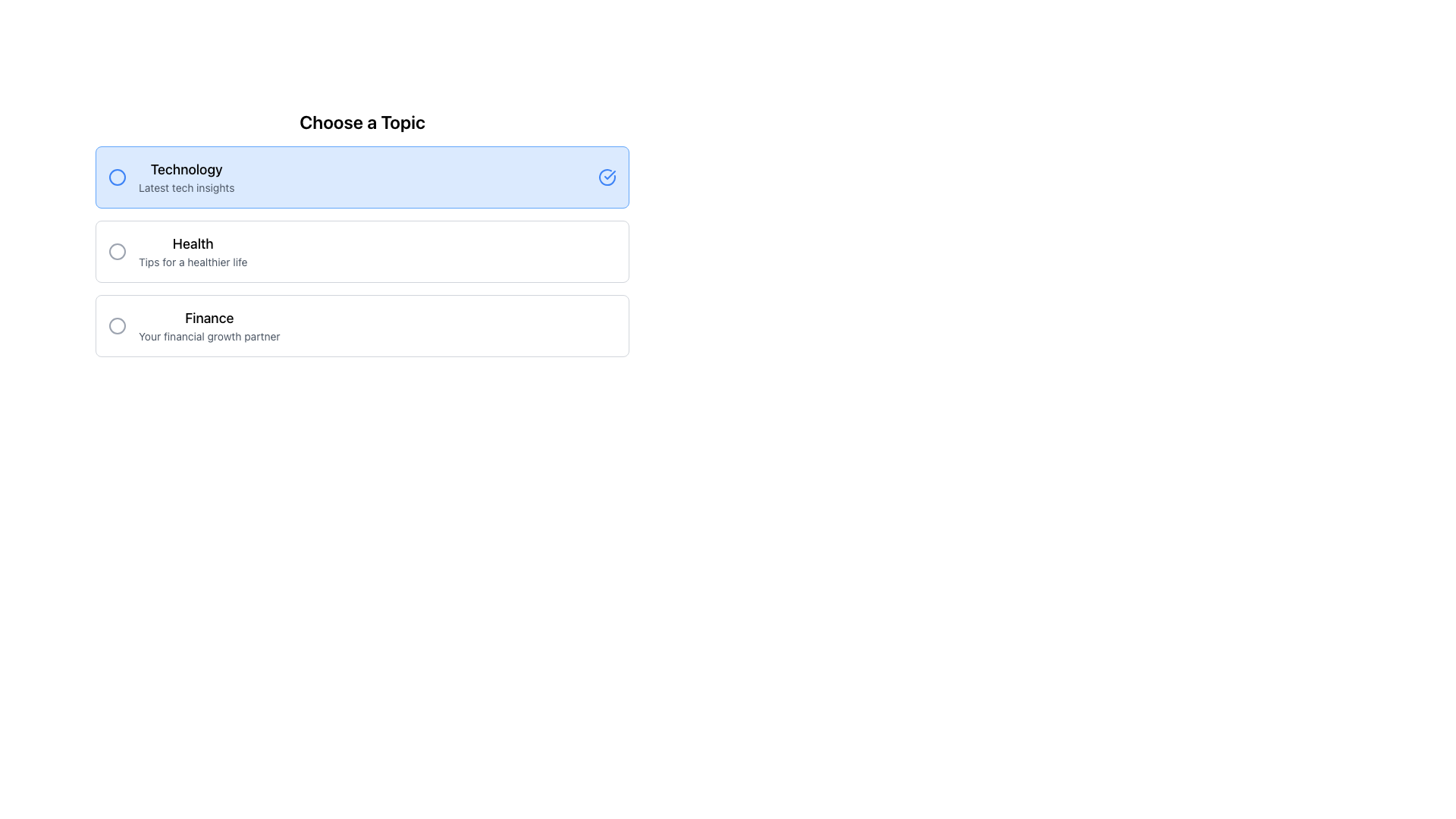 The image size is (1456, 819). I want to click on the circular blue checkmark icon indicating correctness, located at the far-right end of the 'Technology Latest tech insights' section, so click(607, 177).